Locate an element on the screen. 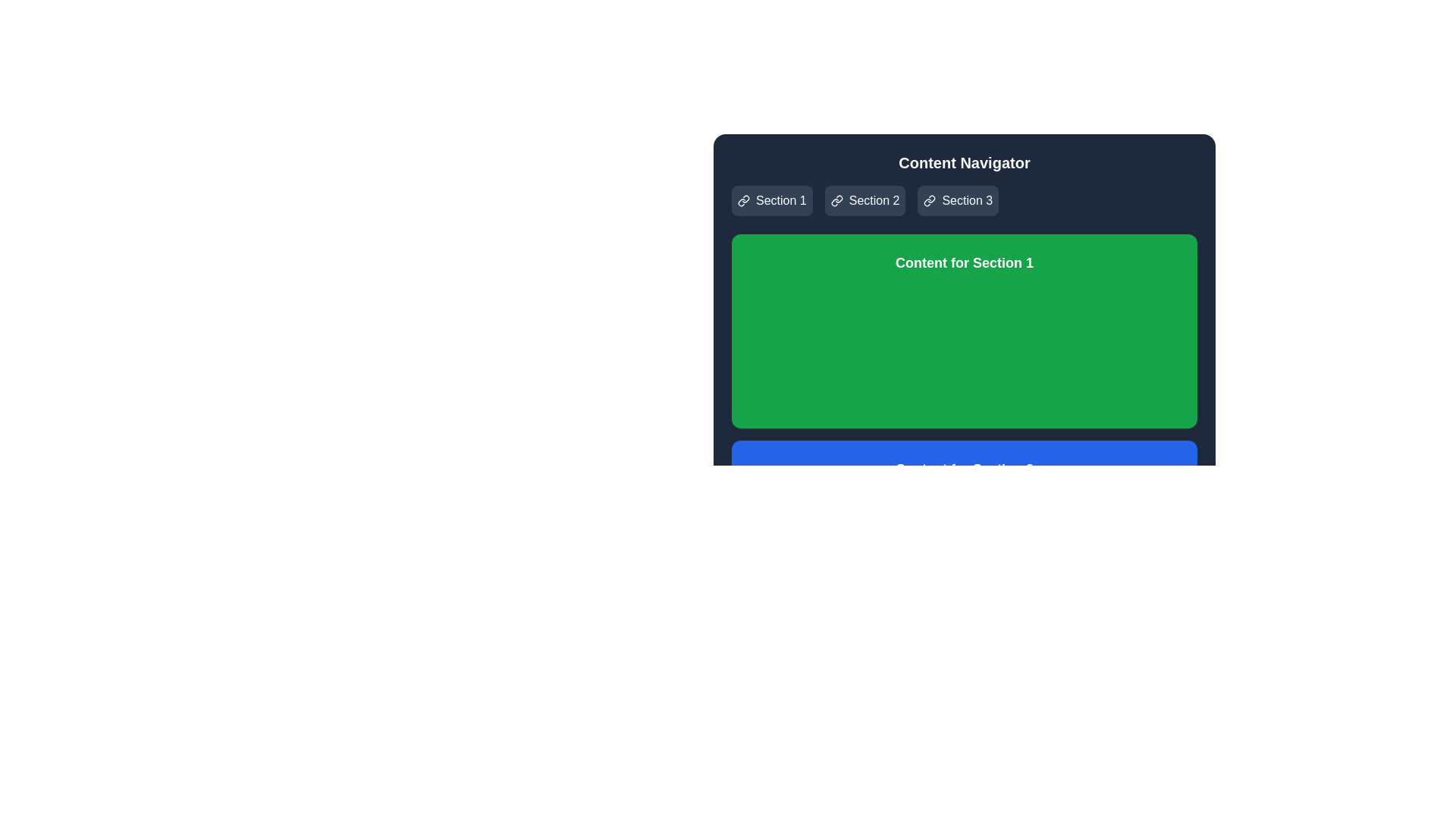  the navigation link labeled 'Section 3' located in the horizontal navigation bar under 'Content Navigator' is located at coordinates (964, 200).